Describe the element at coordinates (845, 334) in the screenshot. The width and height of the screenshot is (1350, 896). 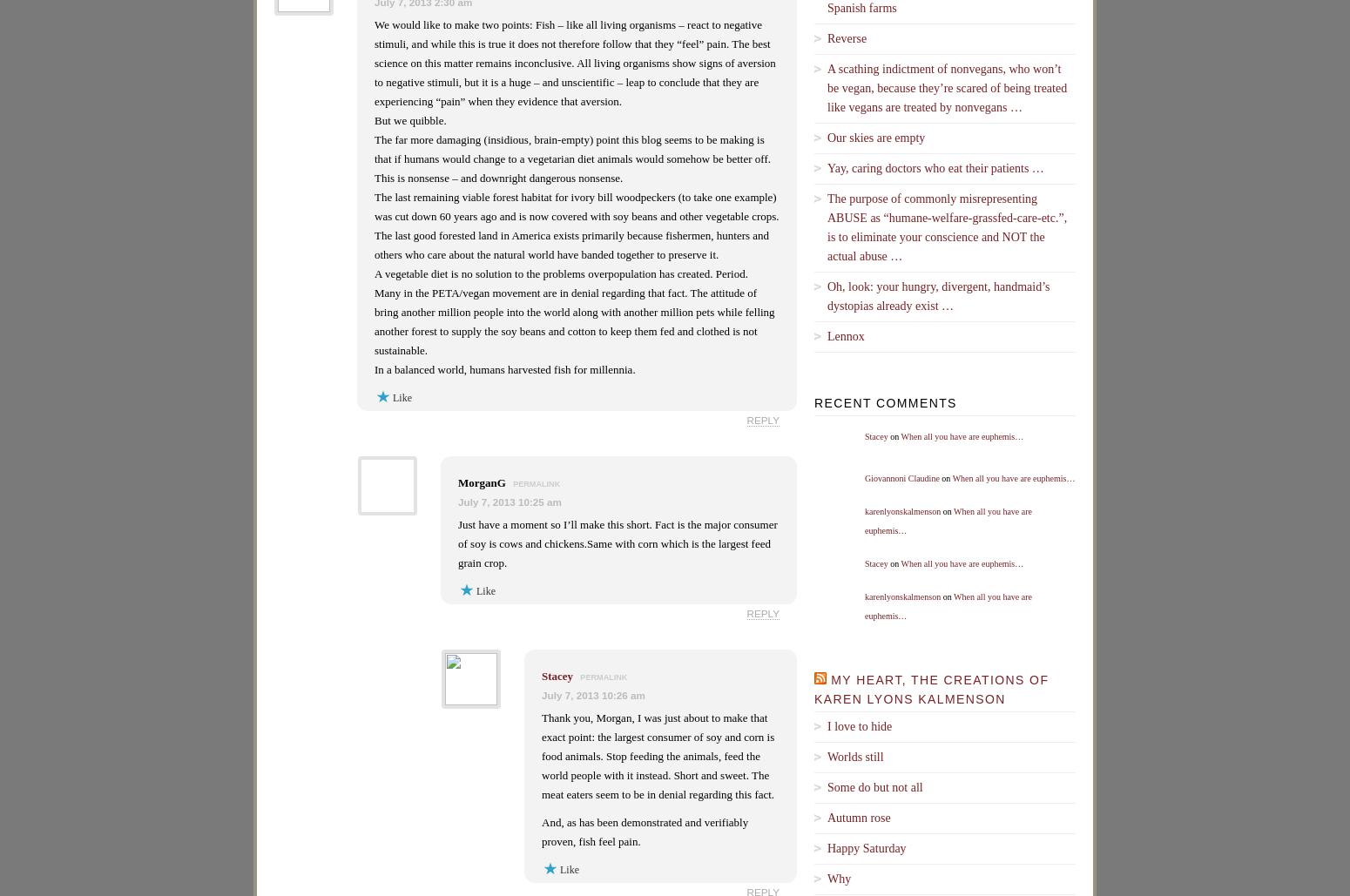
I see `'Lennox'` at that location.